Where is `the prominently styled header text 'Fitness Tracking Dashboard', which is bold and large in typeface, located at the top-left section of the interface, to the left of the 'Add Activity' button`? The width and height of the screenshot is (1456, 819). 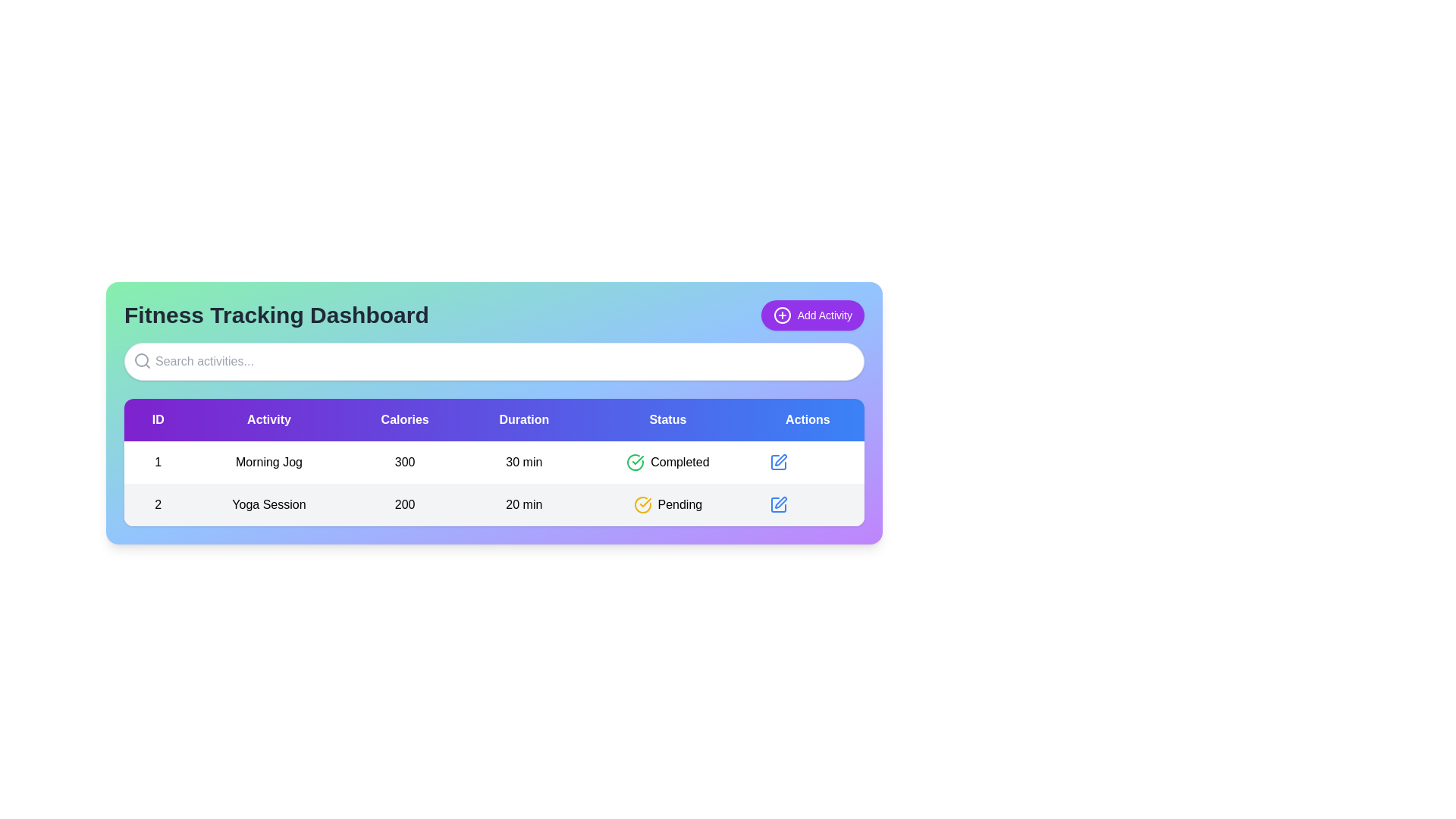
the prominently styled header text 'Fitness Tracking Dashboard', which is bold and large in typeface, located at the top-left section of the interface, to the left of the 'Add Activity' button is located at coordinates (276, 315).